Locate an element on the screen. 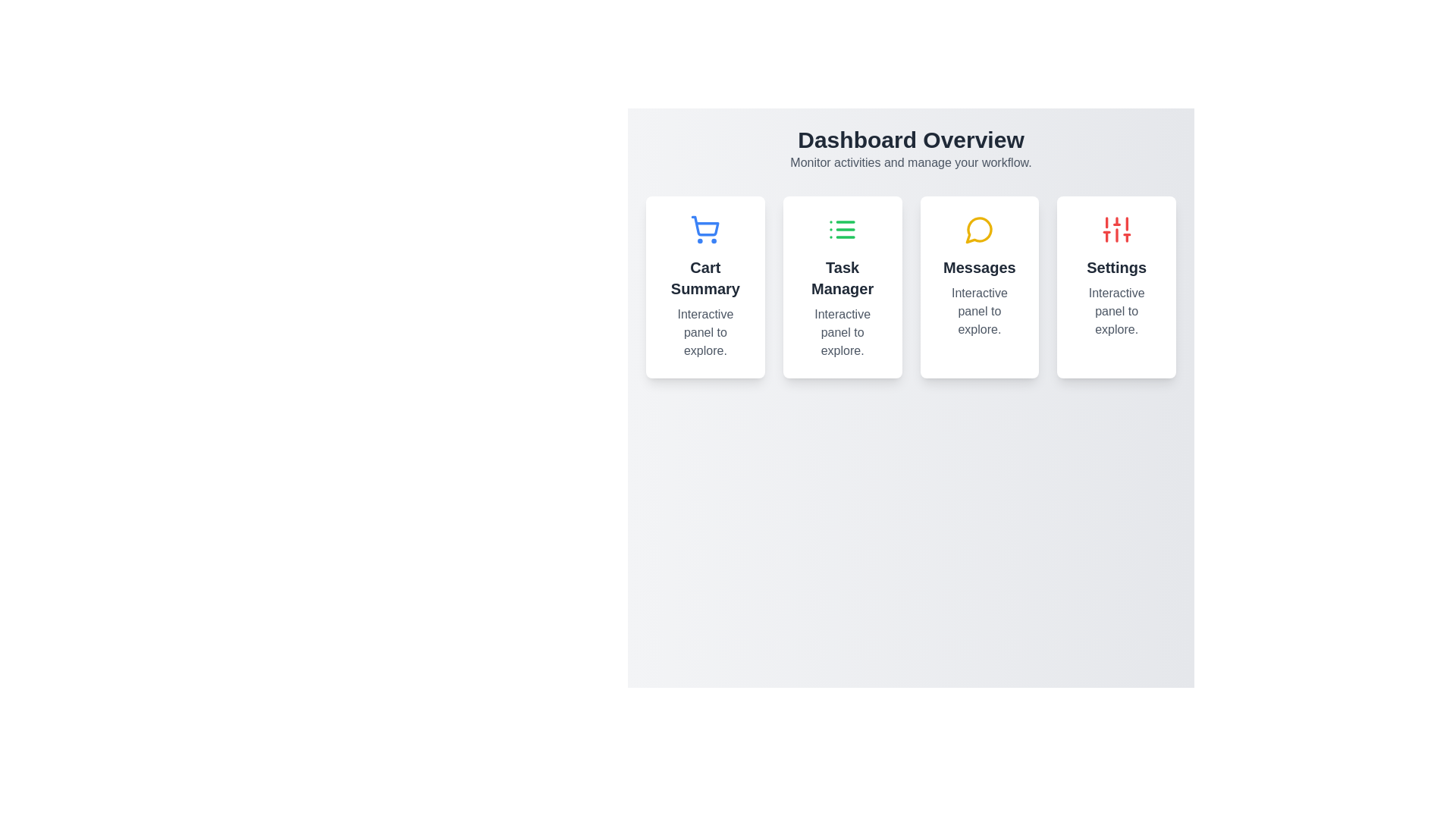 The height and width of the screenshot is (819, 1456). the Settings Card component located in the fourth column of the grid layout is located at coordinates (1116, 287).